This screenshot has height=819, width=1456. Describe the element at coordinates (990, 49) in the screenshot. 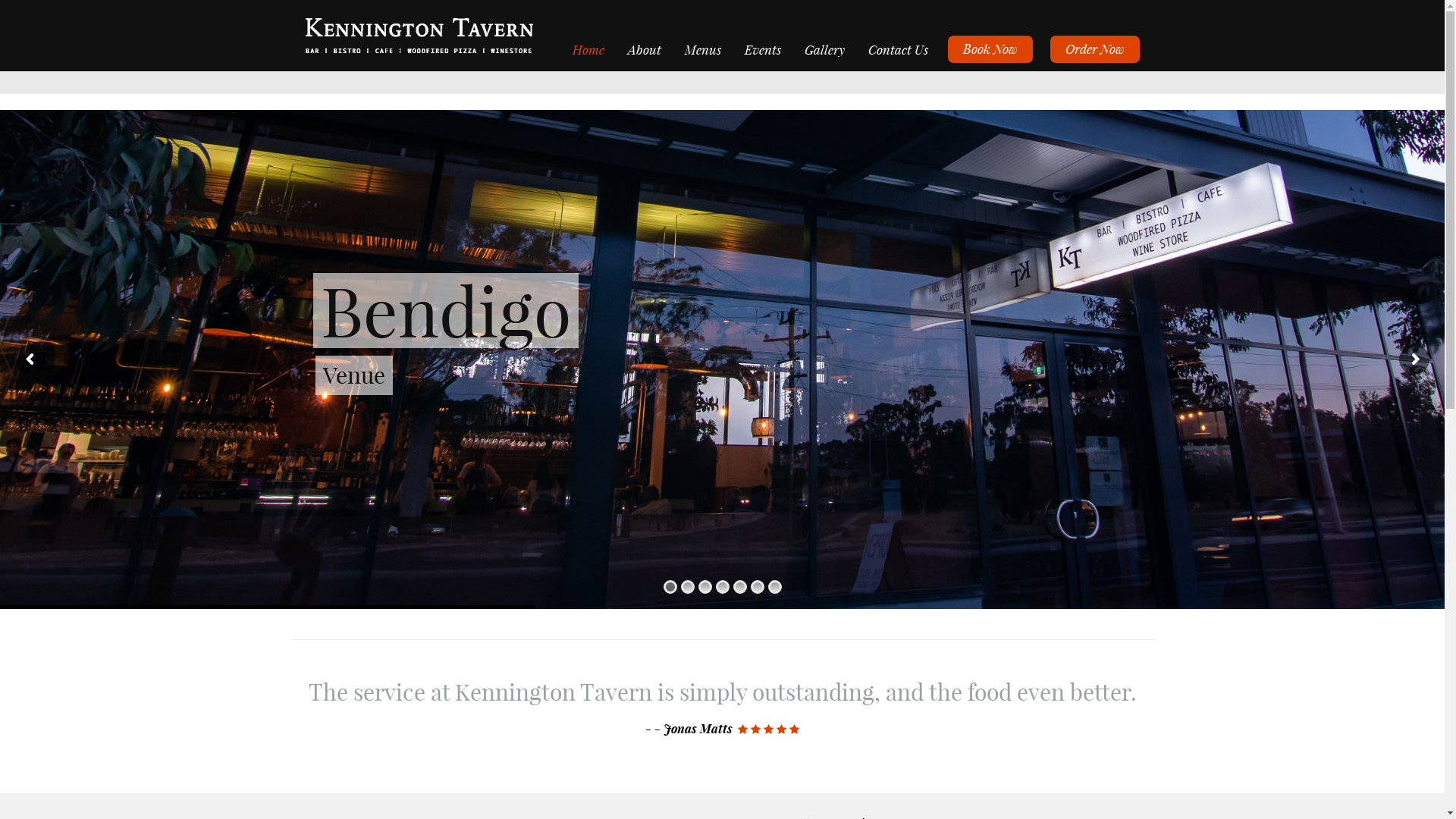

I see `'Book Now'` at that location.